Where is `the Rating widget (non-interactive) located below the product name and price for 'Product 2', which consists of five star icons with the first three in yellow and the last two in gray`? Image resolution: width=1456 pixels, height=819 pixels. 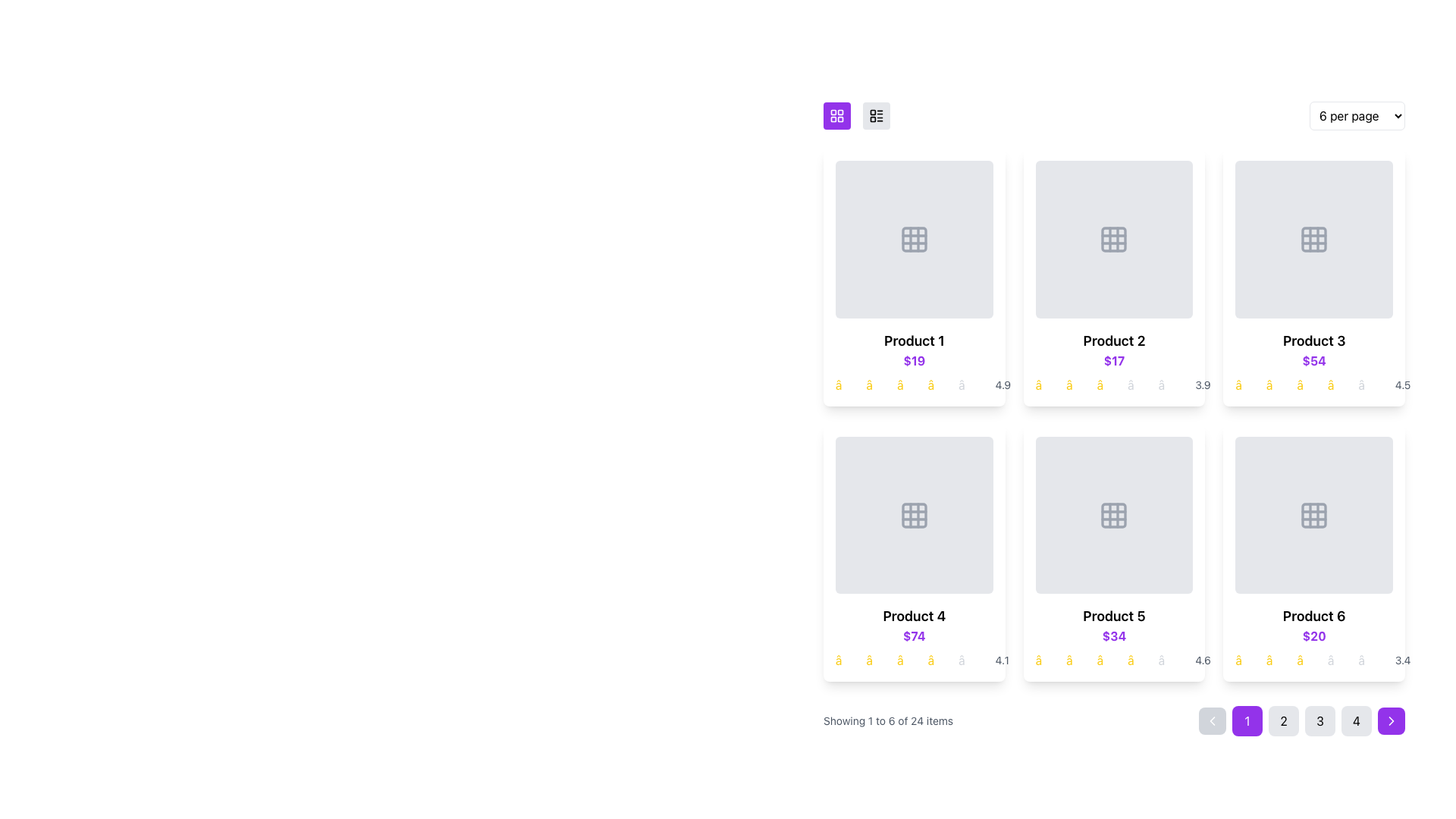 the Rating widget (non-interactive) located below the product name and price for 'Product 2', which consists of five star icons with the first three in yellow and the last two in gray is located at coordinates (1112, 384).